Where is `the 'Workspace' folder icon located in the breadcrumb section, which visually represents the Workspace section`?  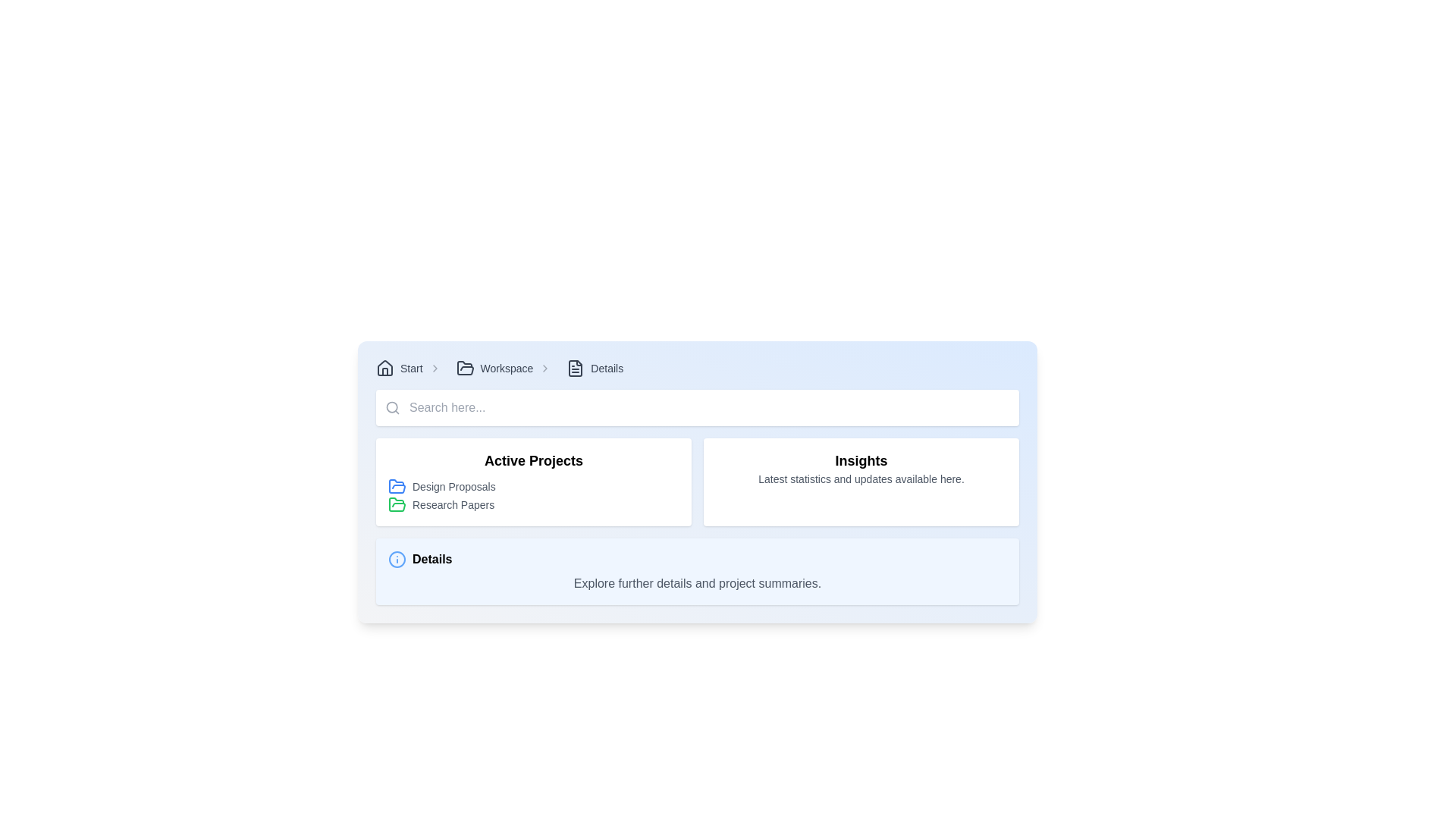
the 'Workspace' folder icon located in the breadcrumb section, which visually represents the Workspace section is located at coordinates (464, 369).